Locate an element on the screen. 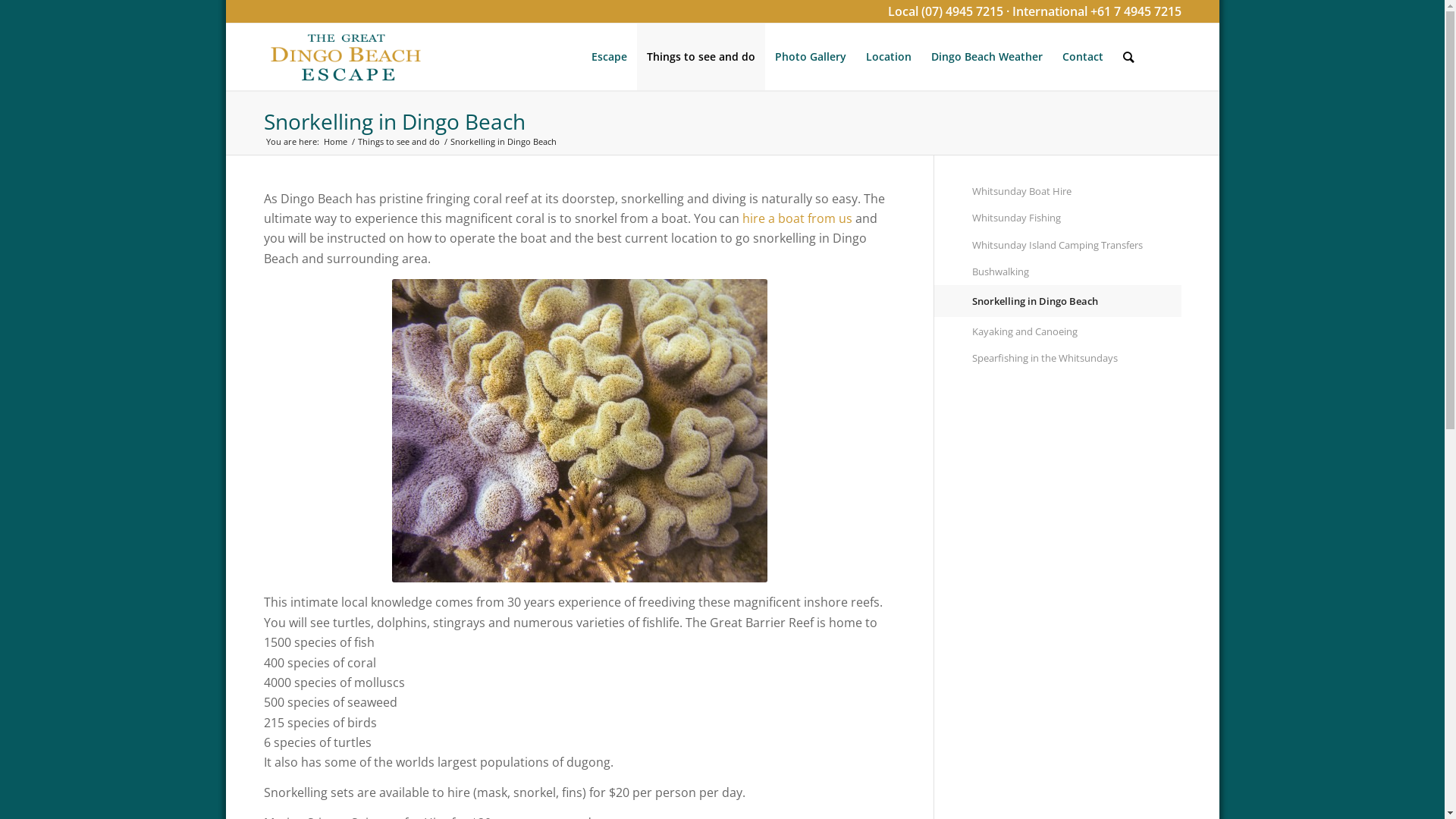  'Whitsunday Boat Hire' is located at coordinates (1076, 190).